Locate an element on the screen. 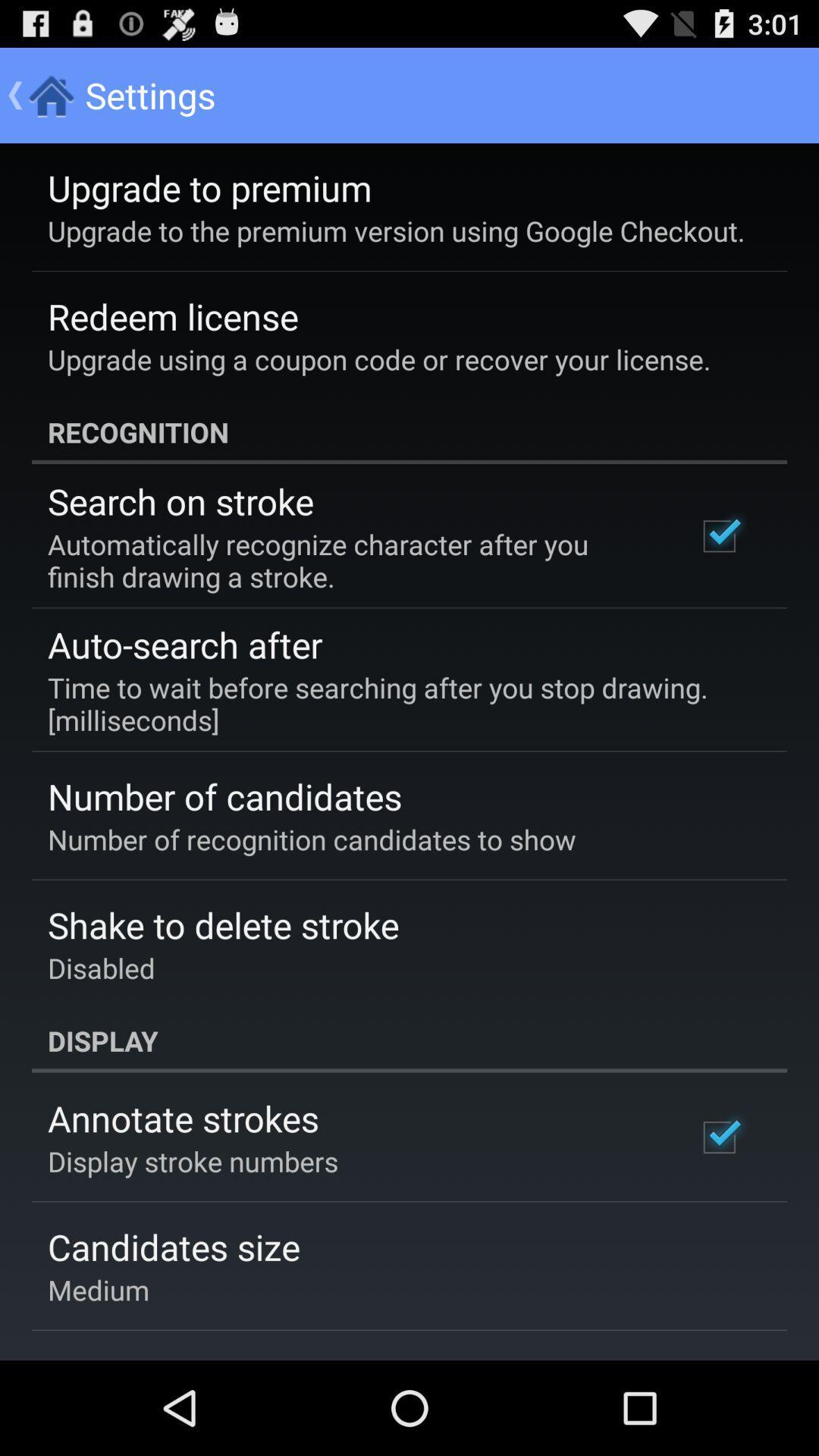 This screenshot has width=819, height=1456. the automatically recognize character is located at coordinates (351, 560).